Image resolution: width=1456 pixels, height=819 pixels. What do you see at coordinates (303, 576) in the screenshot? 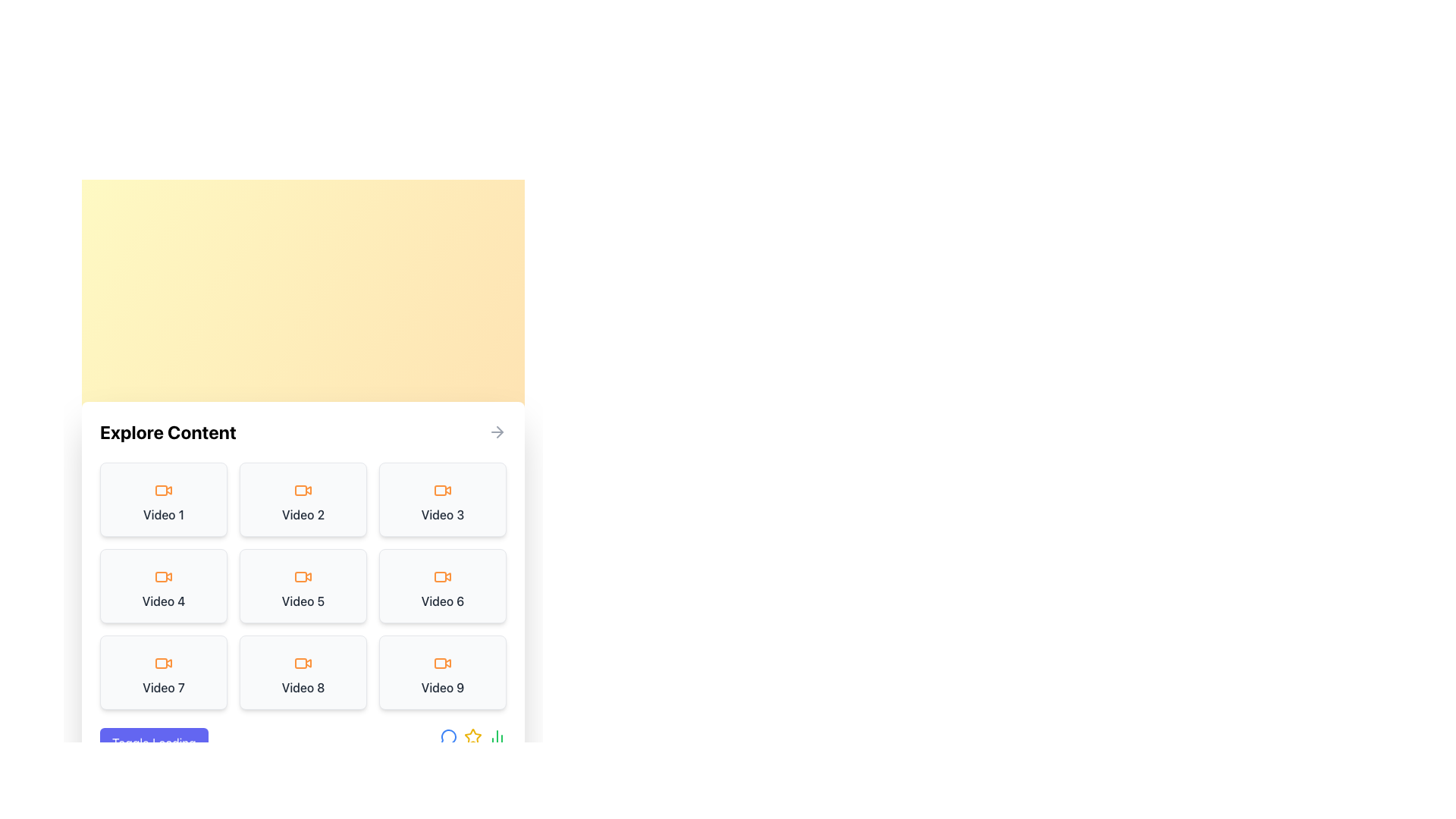
I see `the video camera icon with an orange outline located in the fifth box of the 'Explore Content' section, which is centered above the text 'Video 5'` at bounding box center [303, 576].